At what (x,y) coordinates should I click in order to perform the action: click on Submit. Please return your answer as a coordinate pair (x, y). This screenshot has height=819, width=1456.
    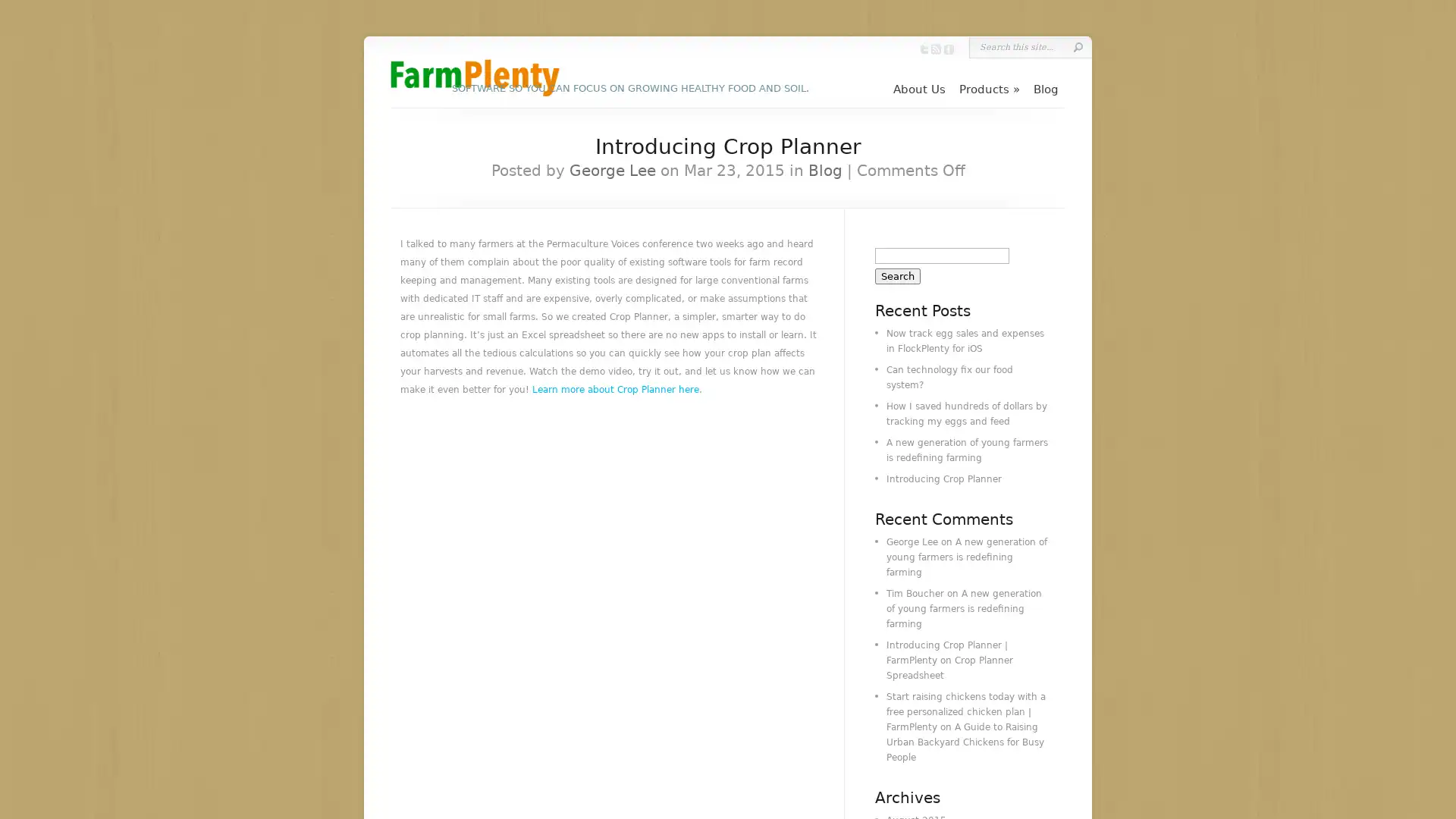
    Looking at the image, I should click on (1077, 46).